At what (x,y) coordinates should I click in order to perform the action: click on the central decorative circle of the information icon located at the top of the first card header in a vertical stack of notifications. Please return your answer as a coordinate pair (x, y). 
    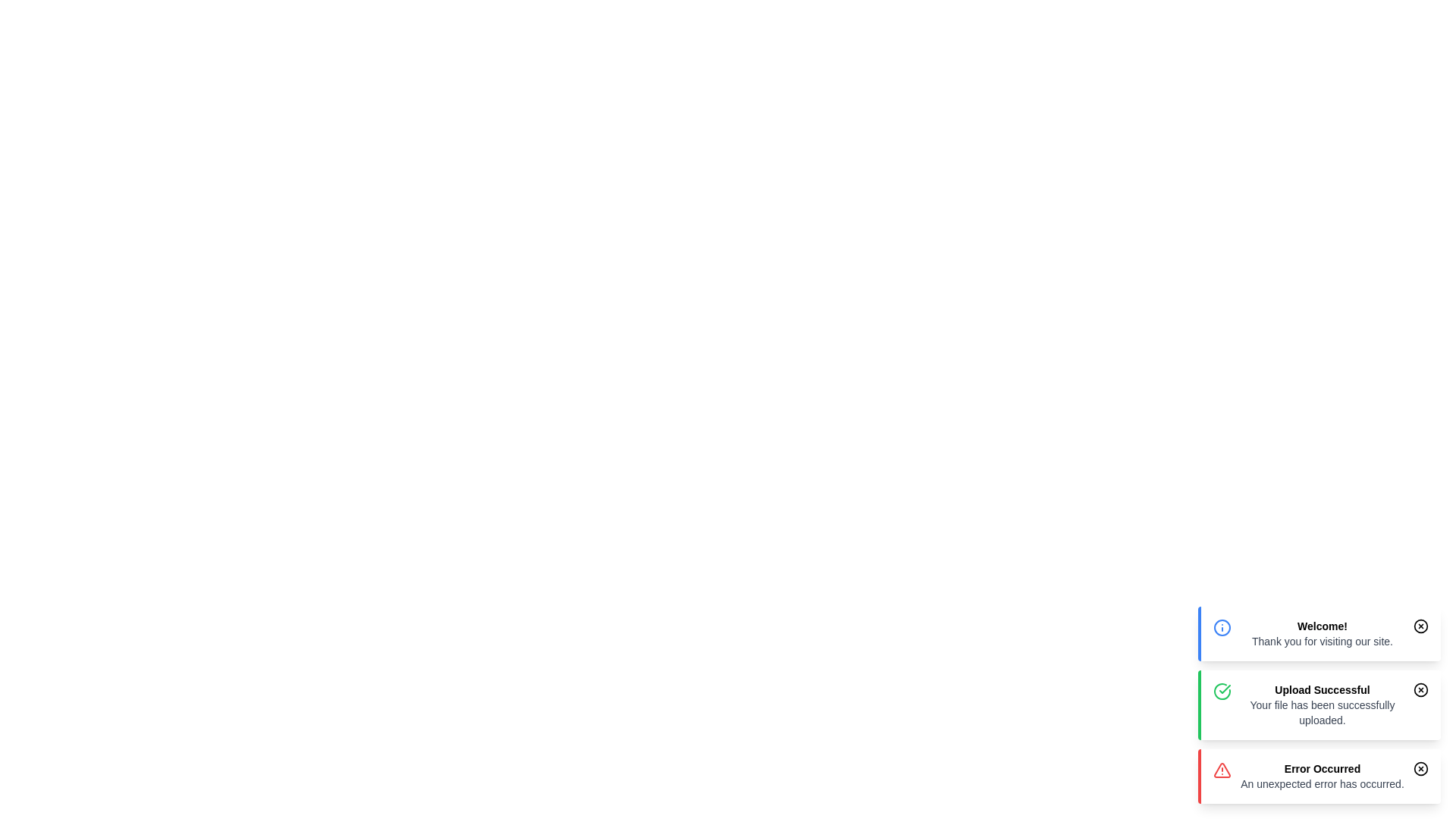
    Looking at the image, I should click on (1222, 628).